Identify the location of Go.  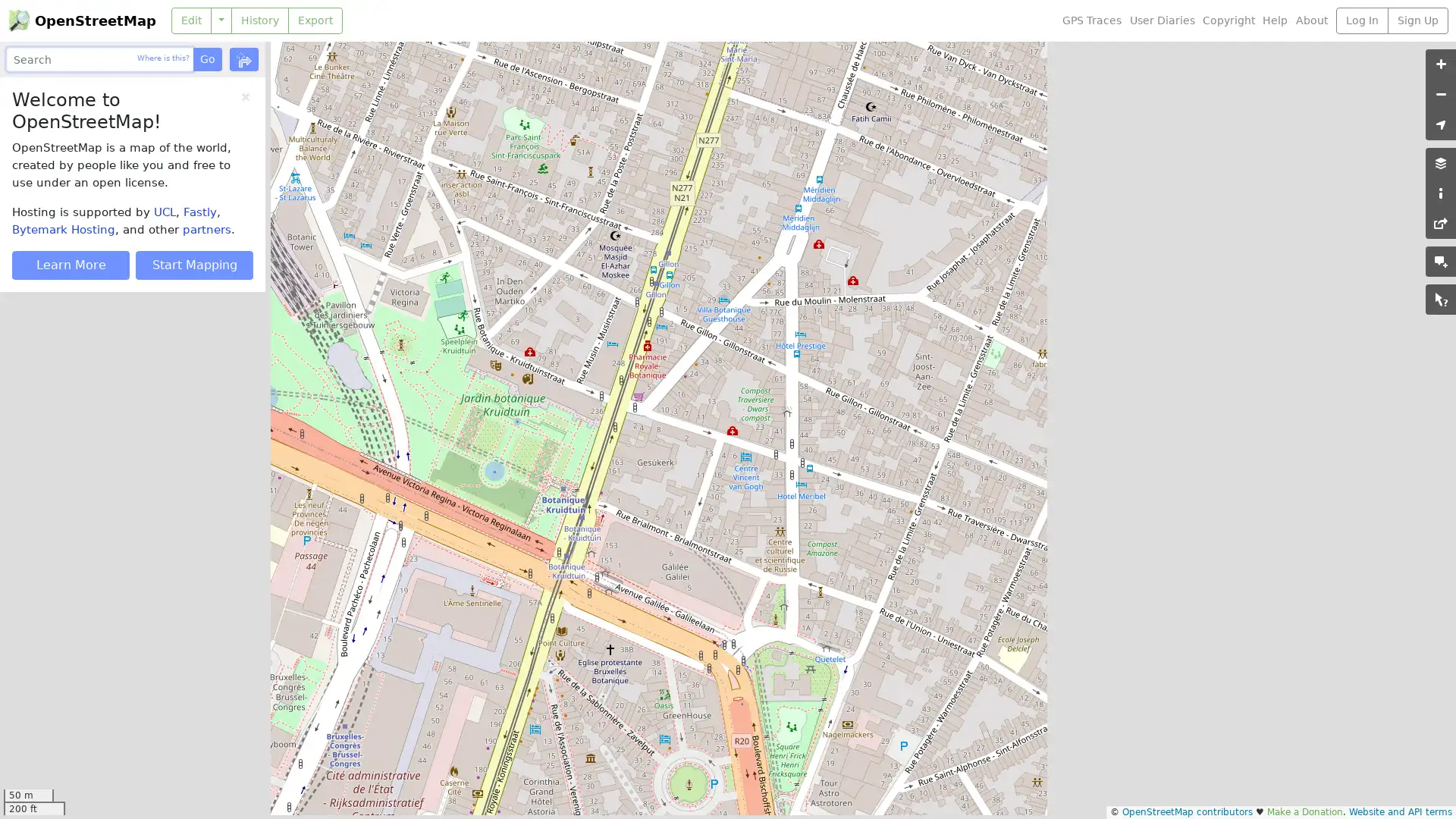
(206, 58).